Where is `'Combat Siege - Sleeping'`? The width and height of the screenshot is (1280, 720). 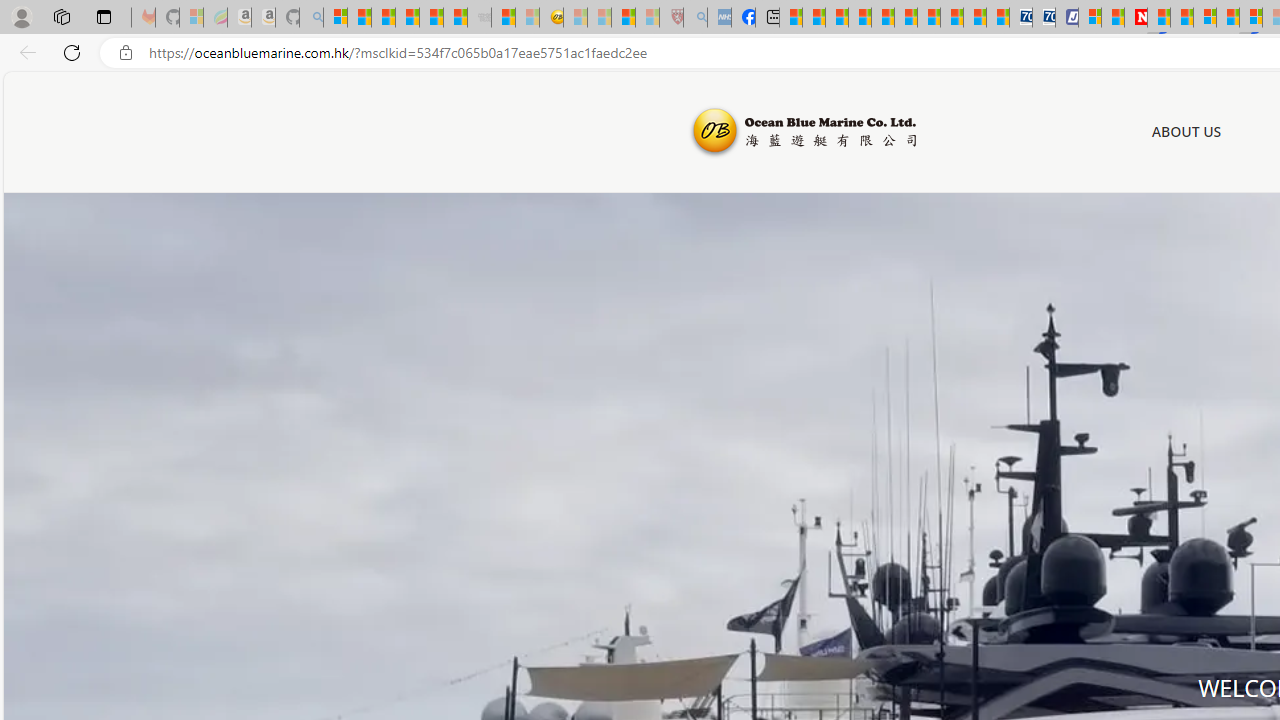 'Combat Siege - Sleeping' is located at coordinates (480, 17).